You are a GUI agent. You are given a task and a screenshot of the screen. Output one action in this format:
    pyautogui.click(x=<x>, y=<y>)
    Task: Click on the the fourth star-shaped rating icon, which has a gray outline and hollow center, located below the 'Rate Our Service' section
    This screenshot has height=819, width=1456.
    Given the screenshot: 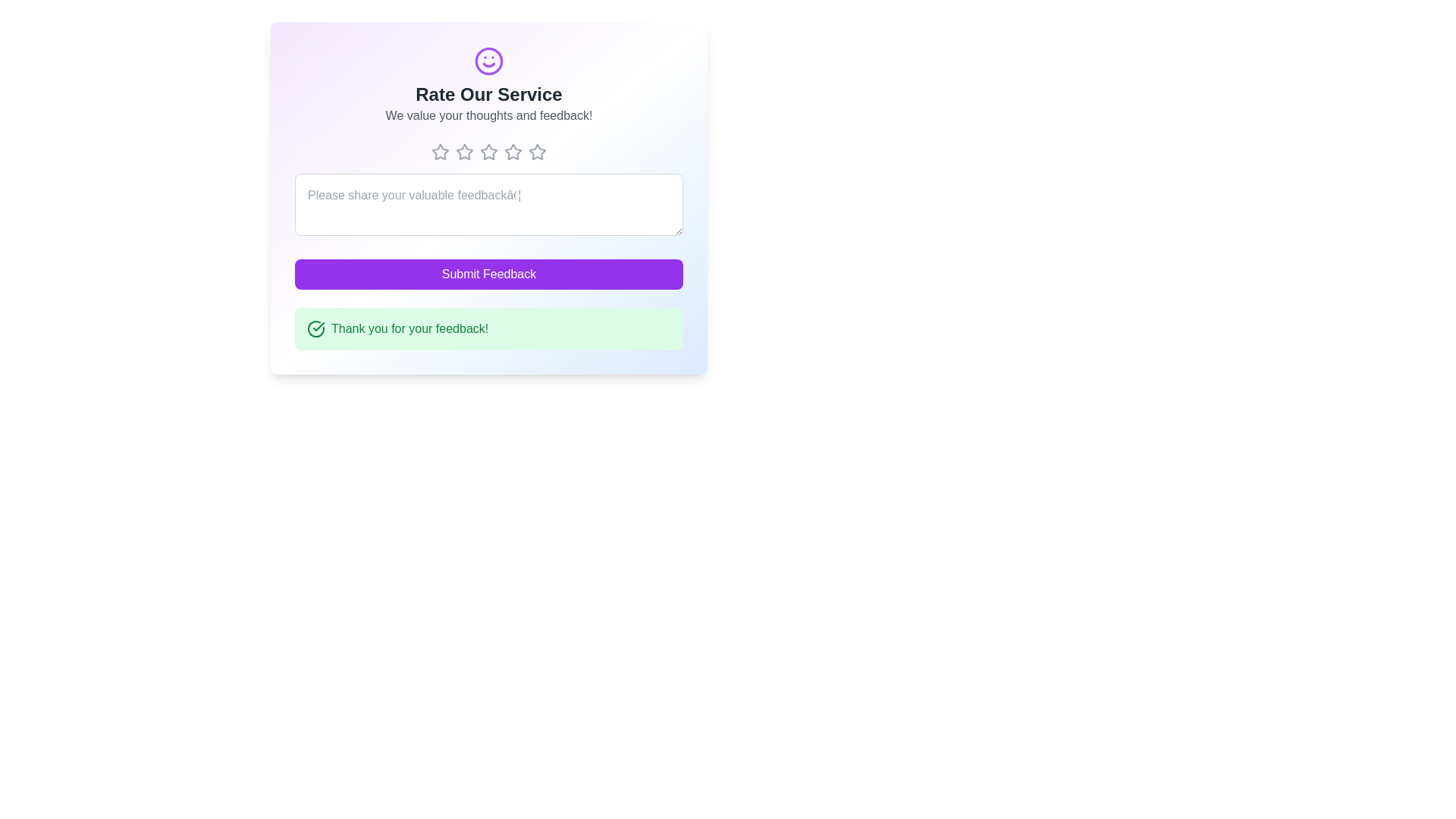 What is the action you would take?
    pyautogui.click(x=513, y=152)
    